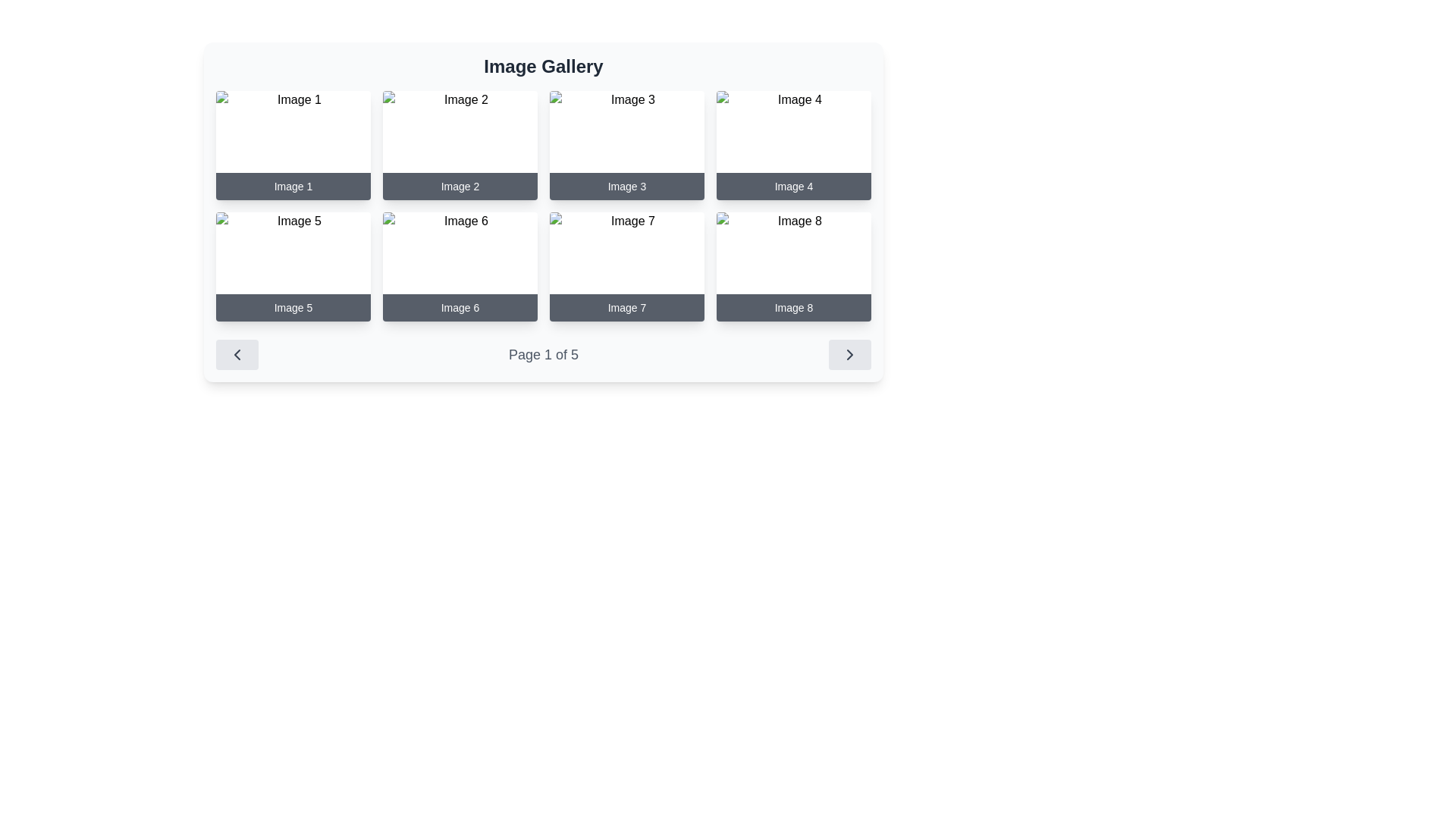  What do you see at coordinates (459, 265) in the screenshot?
I see `the Image card labeled 'Image 6', which is the sixth card in a 4x2 grid layout, positioned in the second row and second column` at bounding box center [459, 265].